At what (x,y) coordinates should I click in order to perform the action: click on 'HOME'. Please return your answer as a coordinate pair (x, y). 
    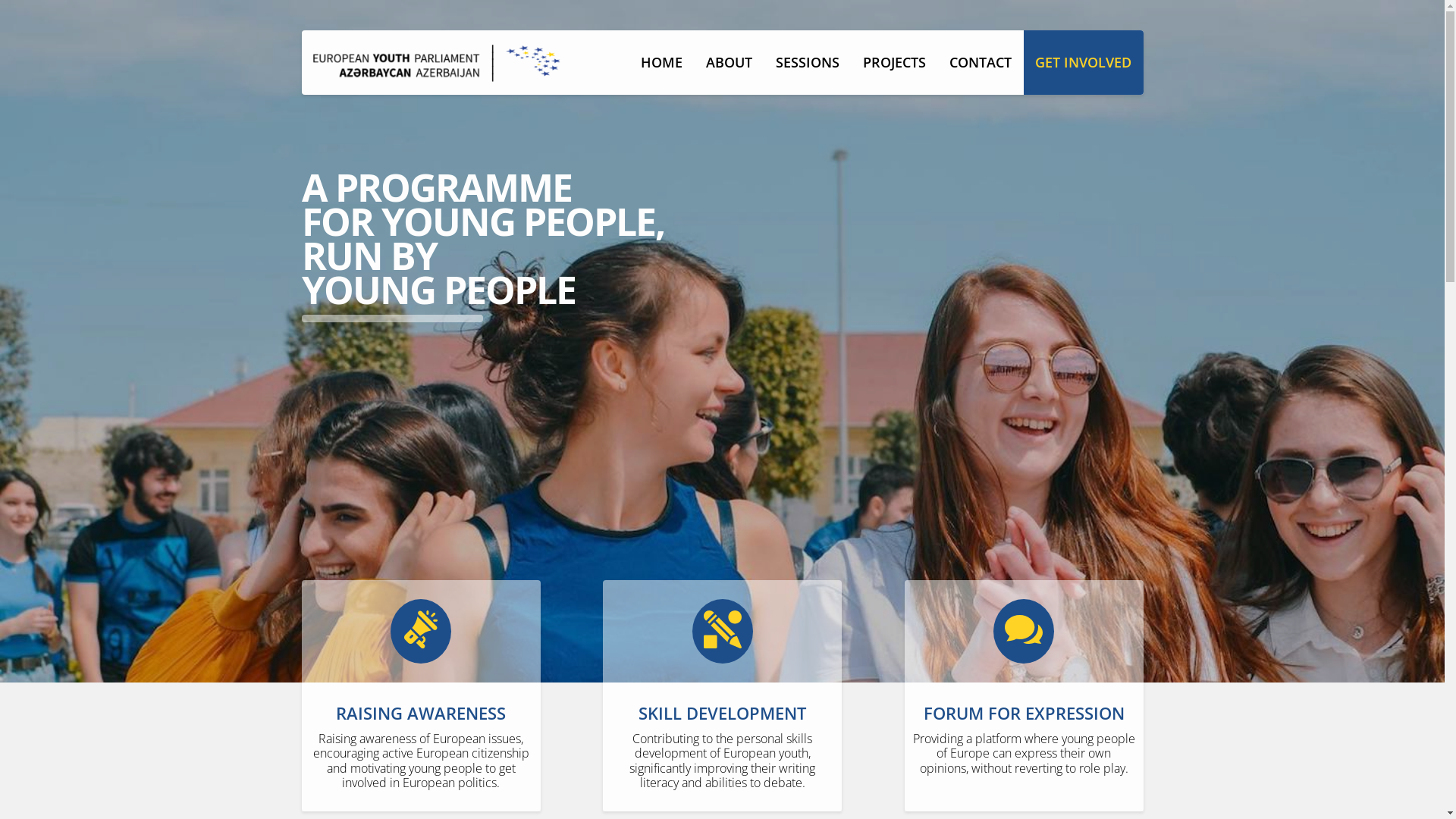
    Looking at the image, I should click on (662, 61).